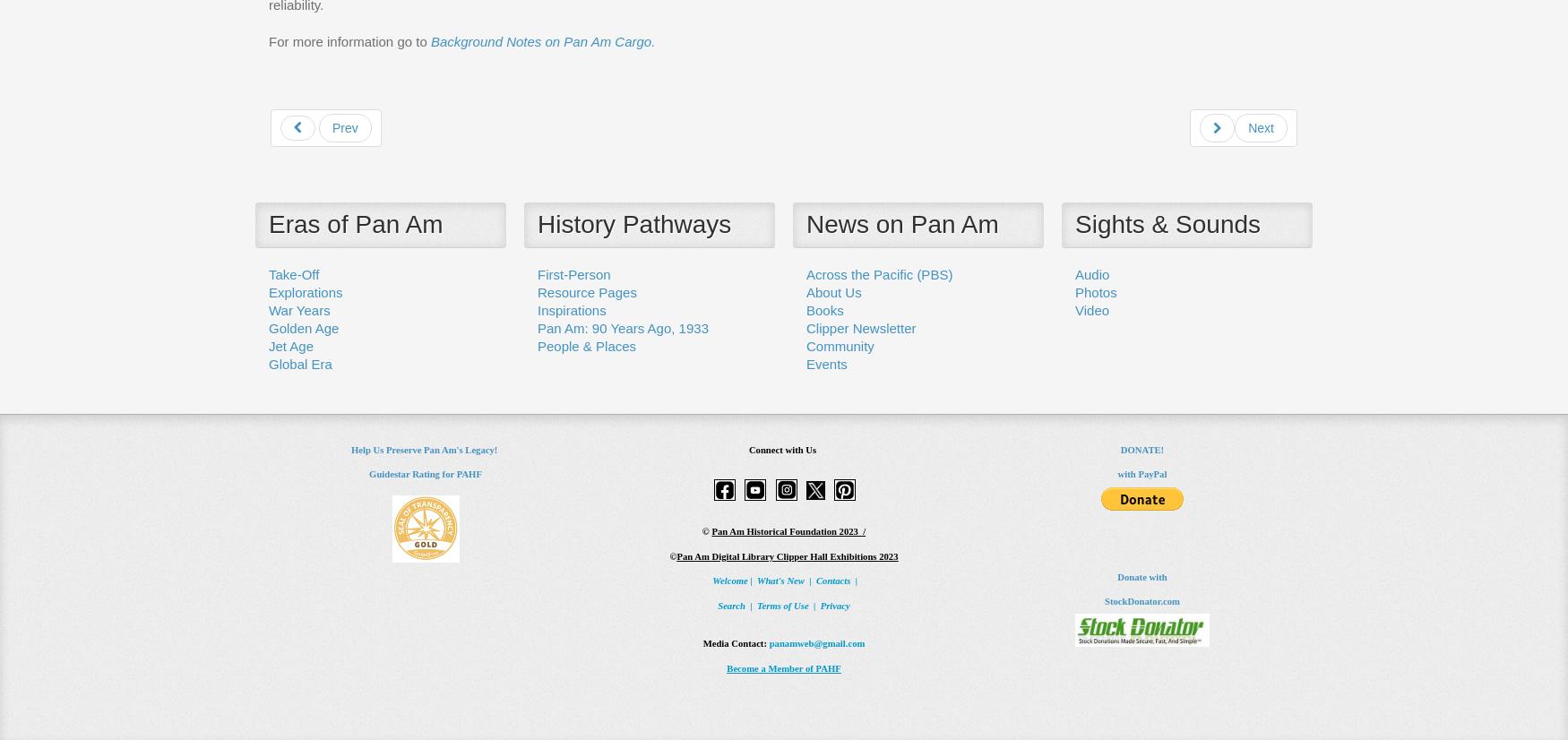  I want to click on 'with PayPal', so click(1141, 473).